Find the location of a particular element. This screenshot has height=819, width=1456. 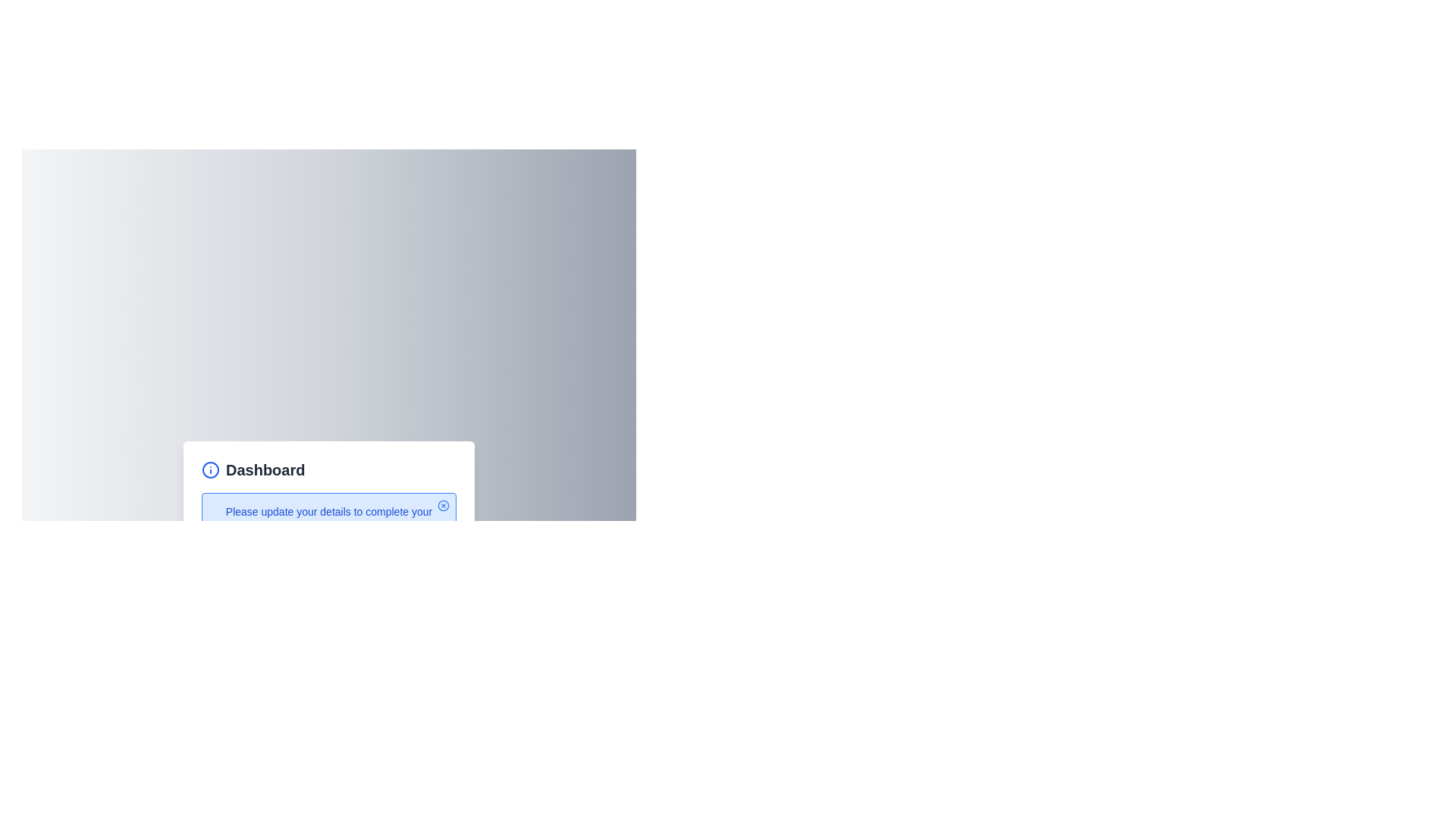

the primary outer circle of the SVG icon located to the left of the 'Dashboard' text is located at coordinates (210, 469).